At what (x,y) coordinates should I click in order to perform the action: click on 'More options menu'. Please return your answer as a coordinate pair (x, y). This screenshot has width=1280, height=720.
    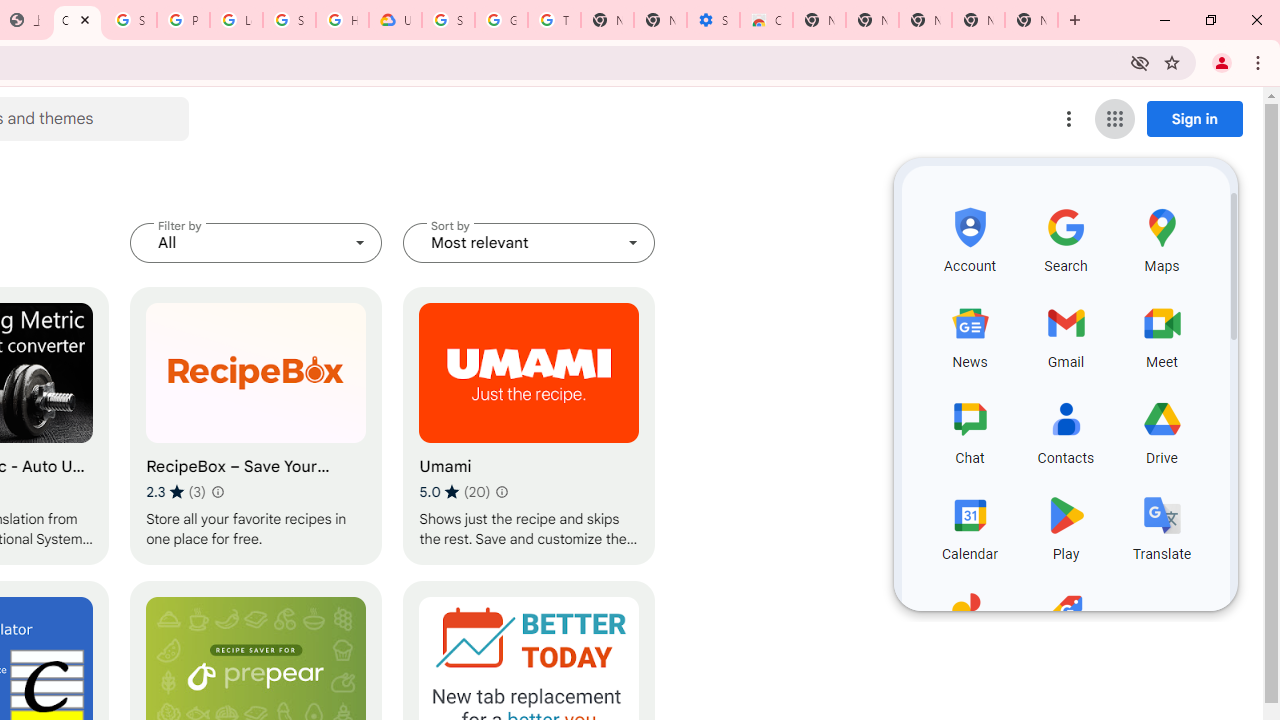
    Looking at the image, I should click on (1068, 119).